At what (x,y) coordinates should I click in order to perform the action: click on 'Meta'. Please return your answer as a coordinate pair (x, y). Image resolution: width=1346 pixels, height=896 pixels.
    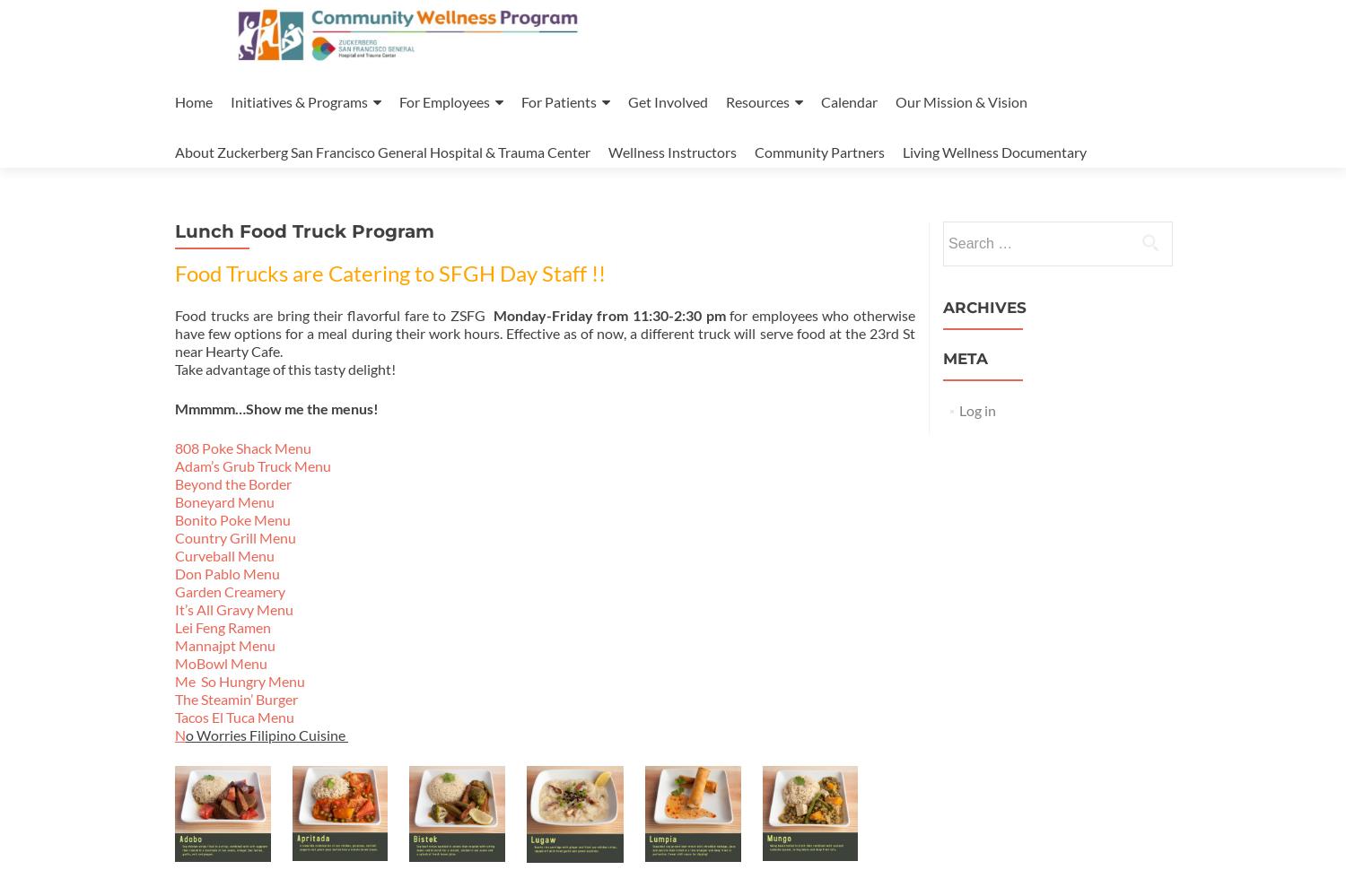
    Looking at the image, I should click on (964, 357).